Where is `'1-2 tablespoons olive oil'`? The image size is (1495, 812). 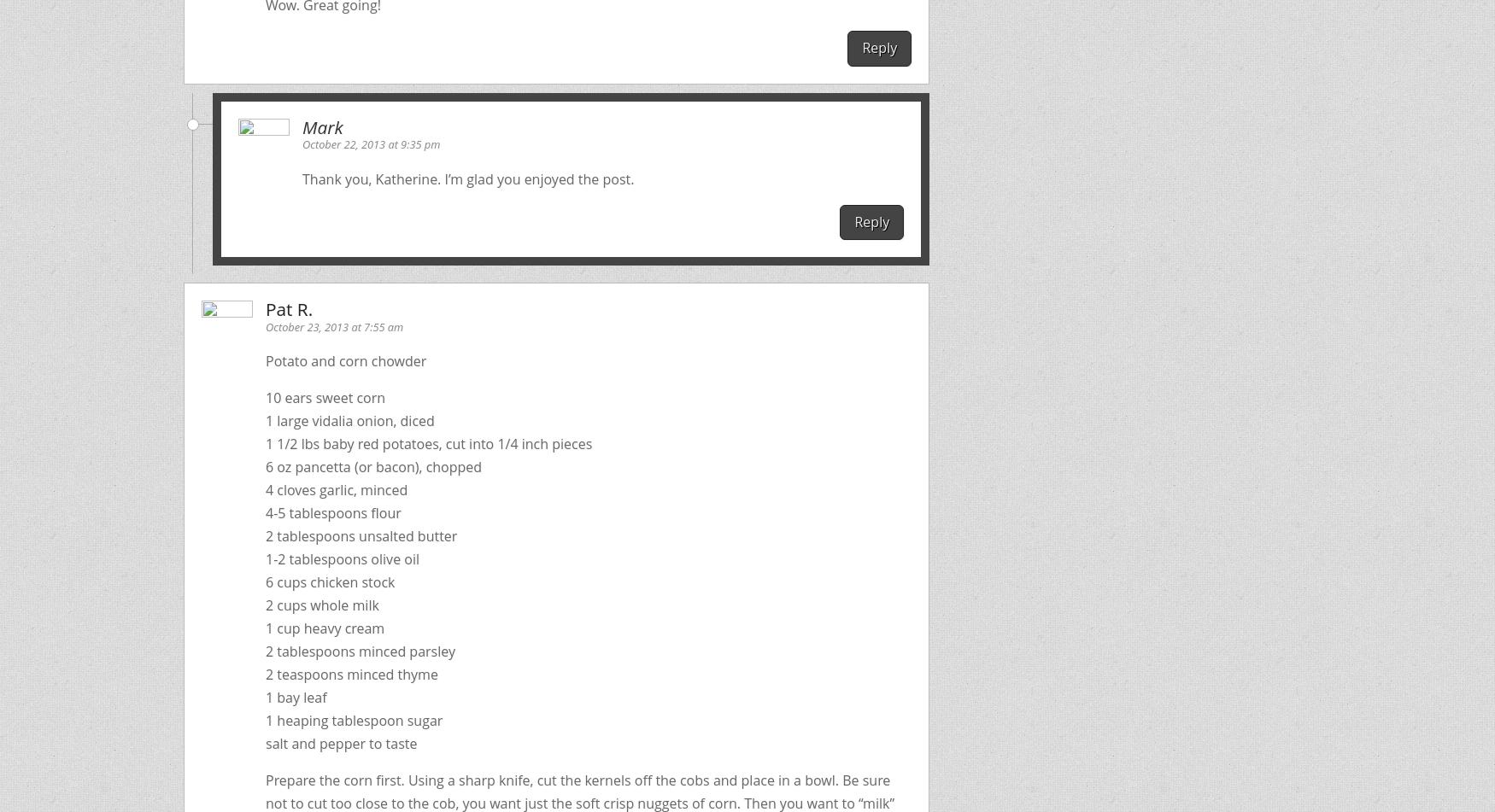 '1-2 tablespoons olive oil' is located at coordinates (341, 558).